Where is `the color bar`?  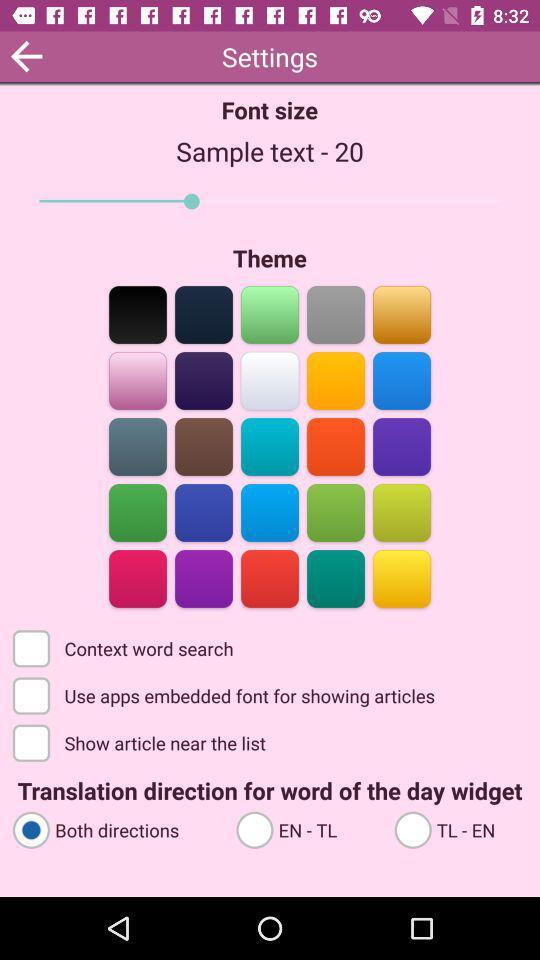 the color bar is located at coordinates (270, 577).